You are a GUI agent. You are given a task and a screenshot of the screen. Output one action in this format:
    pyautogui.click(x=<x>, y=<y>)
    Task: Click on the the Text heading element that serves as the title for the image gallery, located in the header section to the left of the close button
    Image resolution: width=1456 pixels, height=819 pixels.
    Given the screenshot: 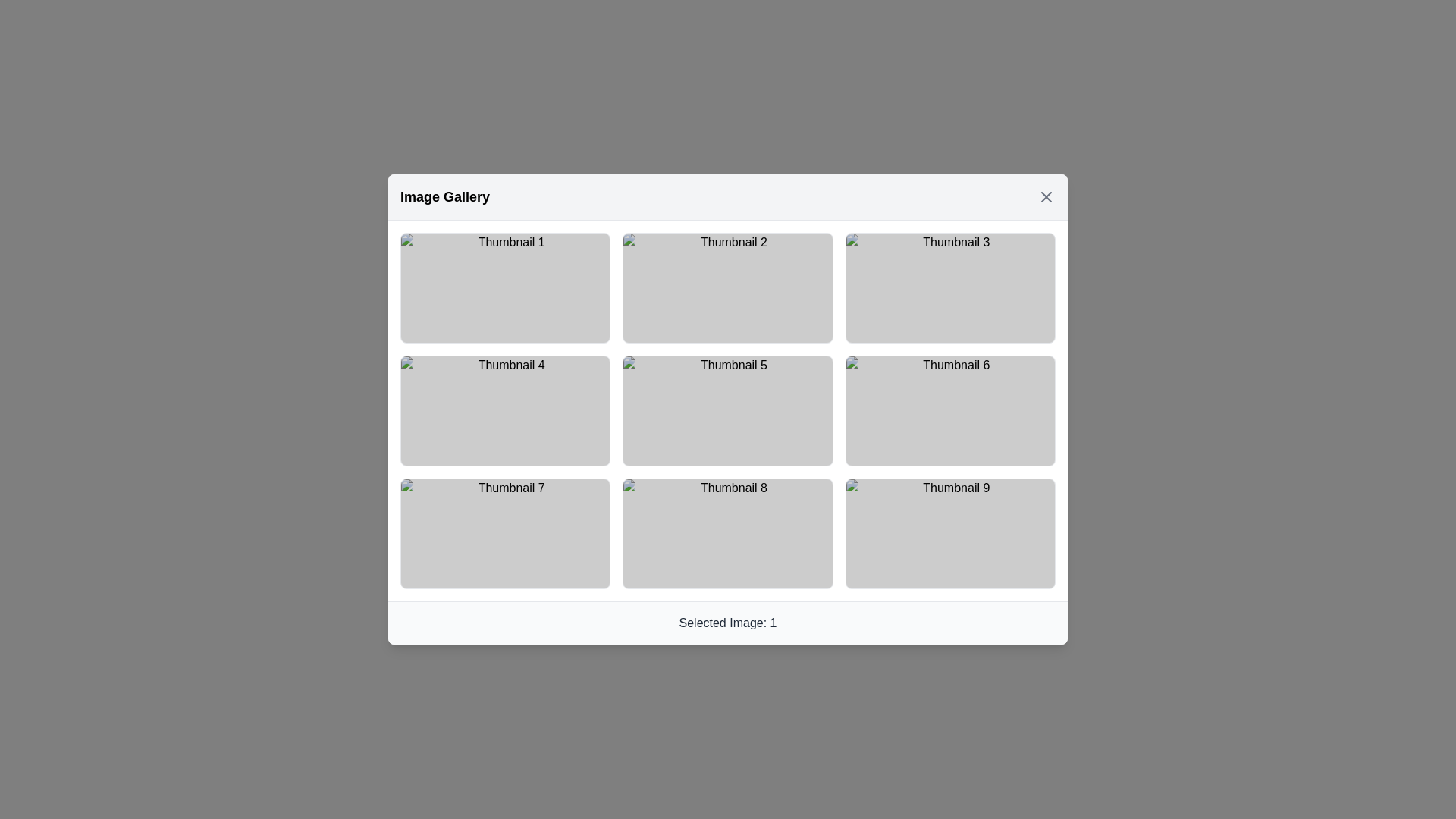 What is the action you would take?
    pyautogui.click(x=444, y=196)
    